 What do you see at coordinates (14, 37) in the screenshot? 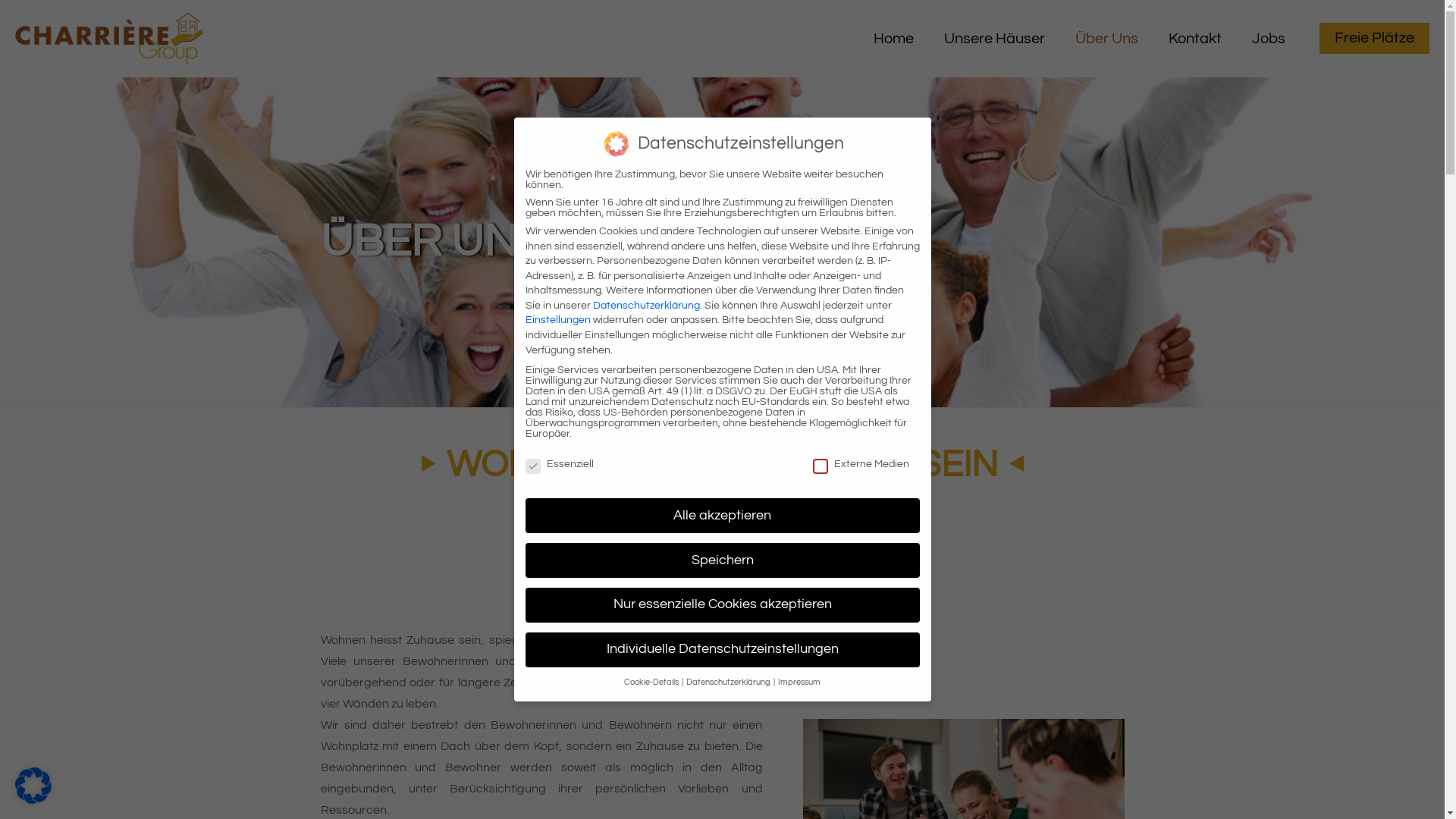
I see `'Charriere Group'` at bounding box center [14, 37].